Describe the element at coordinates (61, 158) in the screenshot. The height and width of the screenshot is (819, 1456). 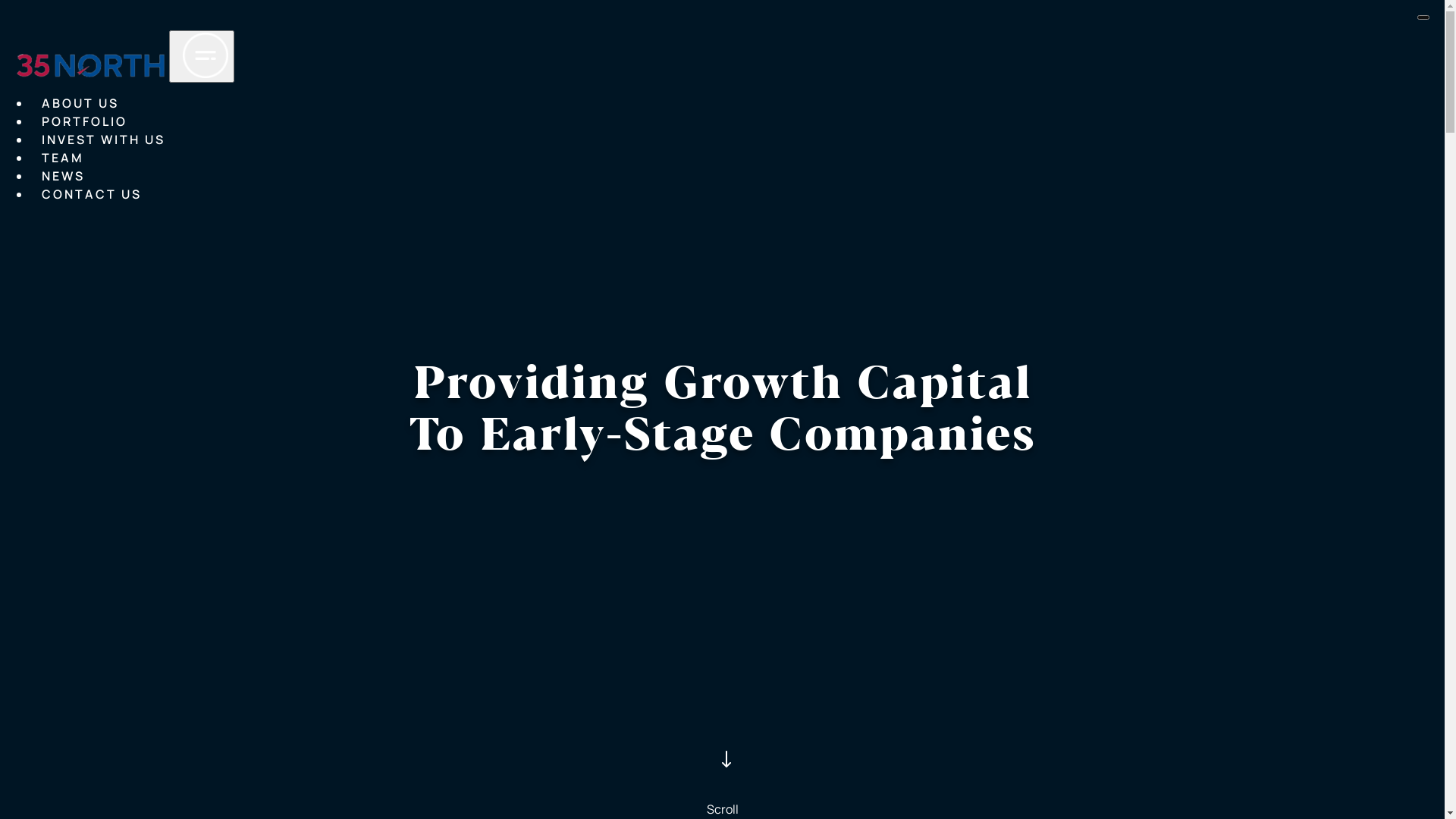
I see `'TEAM'` at that location.